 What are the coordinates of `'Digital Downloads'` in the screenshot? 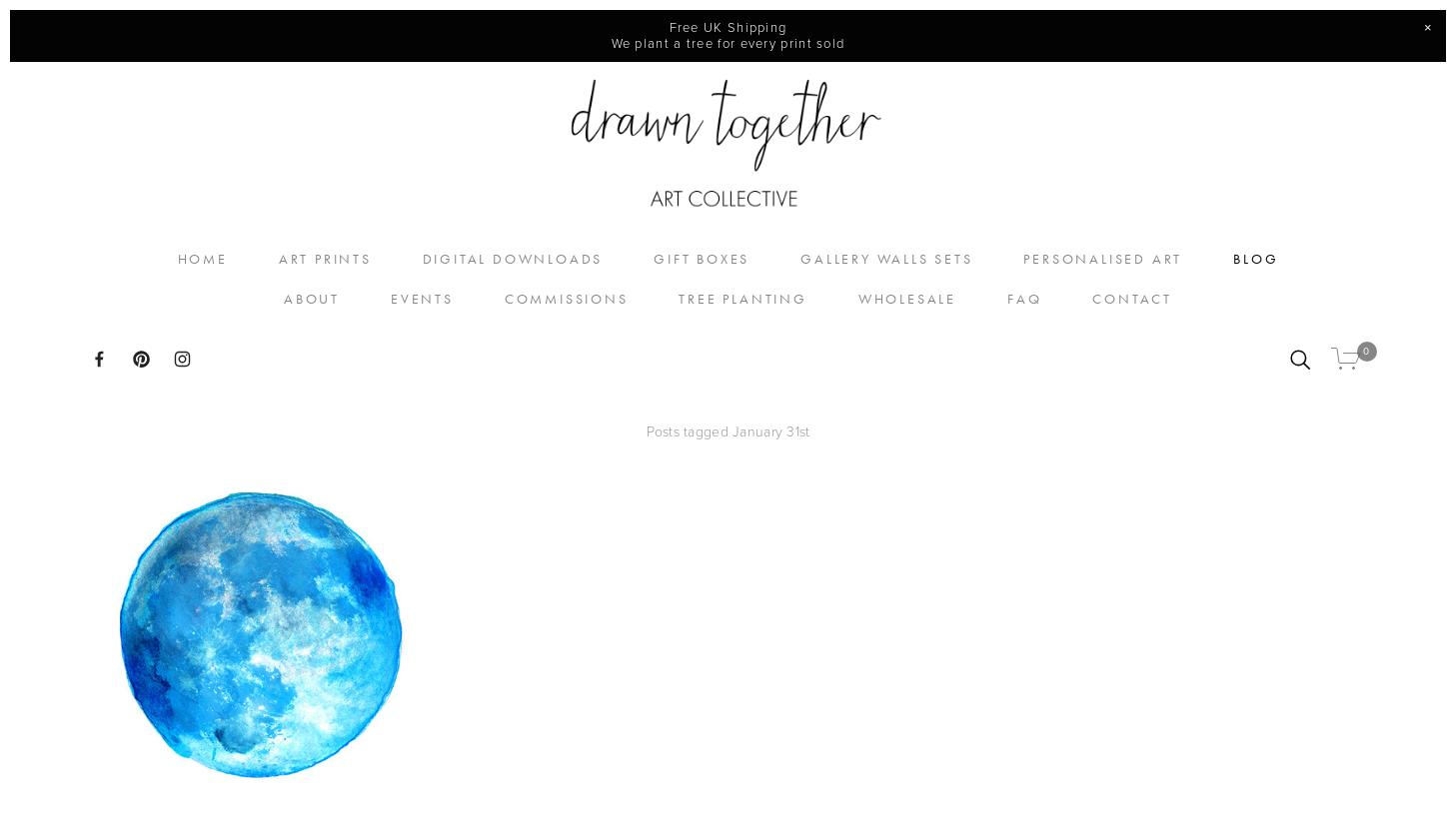 It's located at (511, 258).